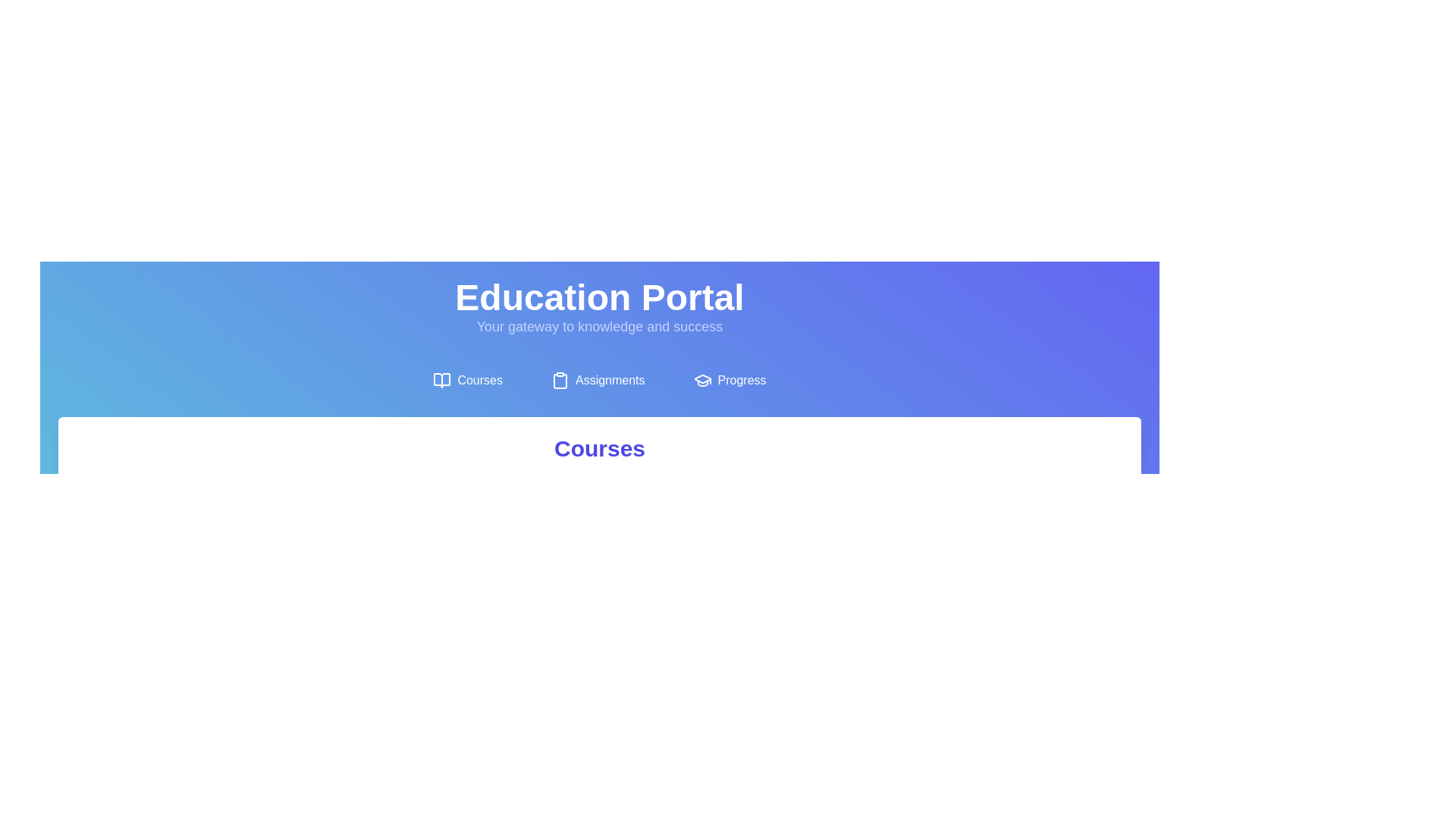 The image size is (1456, 819). Describe the element at coordinates (597, 379) in the screenshot. I see `the Assignments tab to view its content` at that location.